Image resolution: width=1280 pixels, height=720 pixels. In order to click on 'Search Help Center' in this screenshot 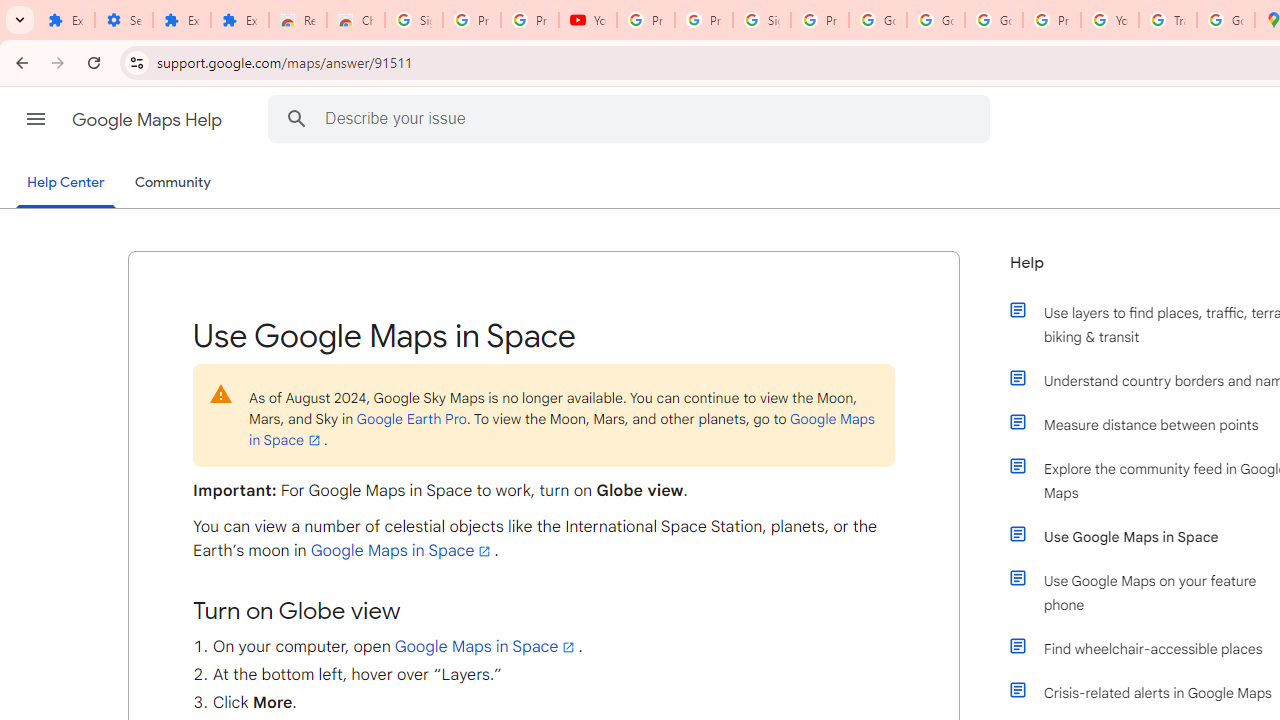, I will do `click(296, 118)`.